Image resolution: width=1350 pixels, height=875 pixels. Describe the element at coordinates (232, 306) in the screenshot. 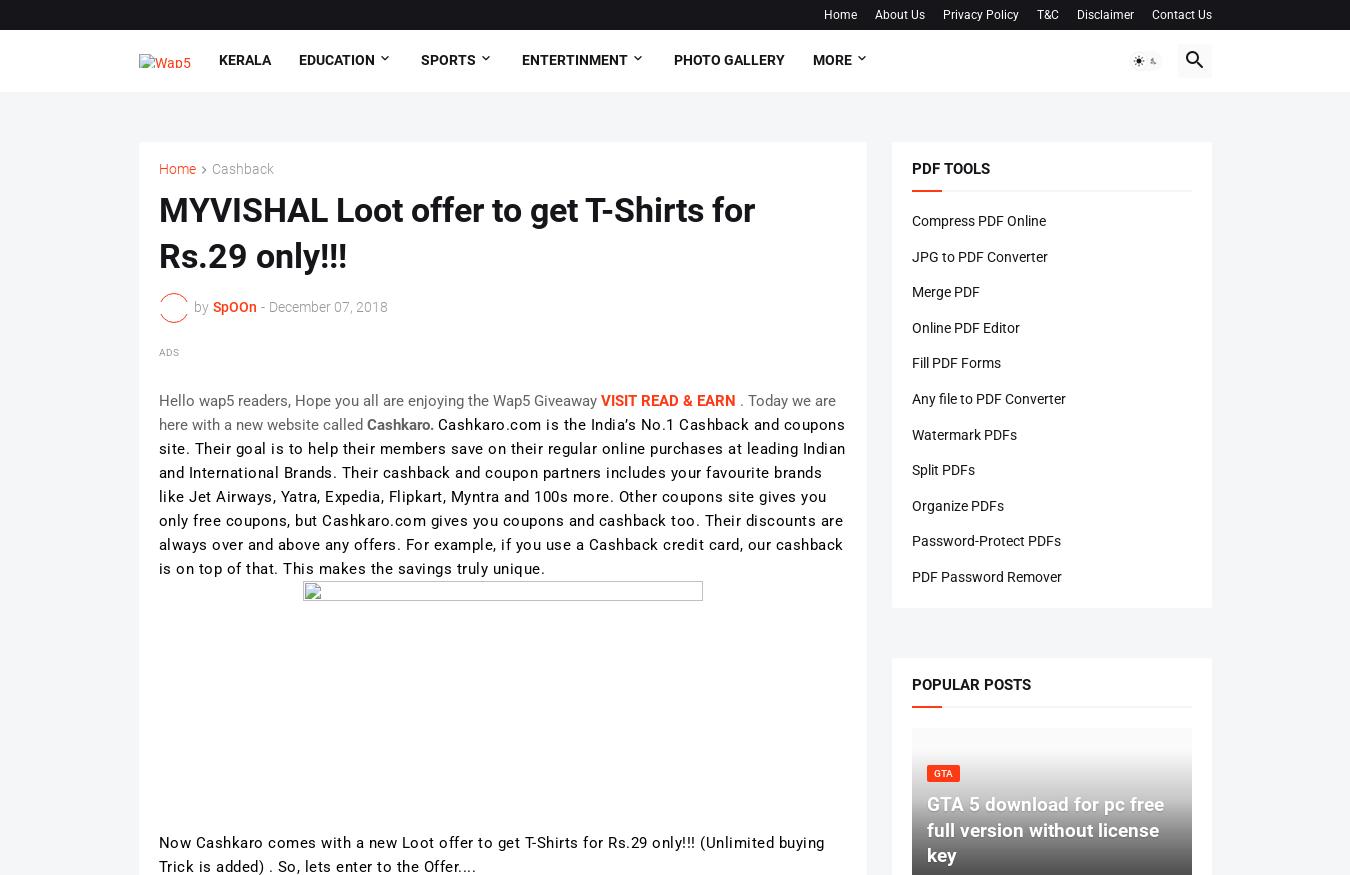

I see `'SpOOn'` at that location.